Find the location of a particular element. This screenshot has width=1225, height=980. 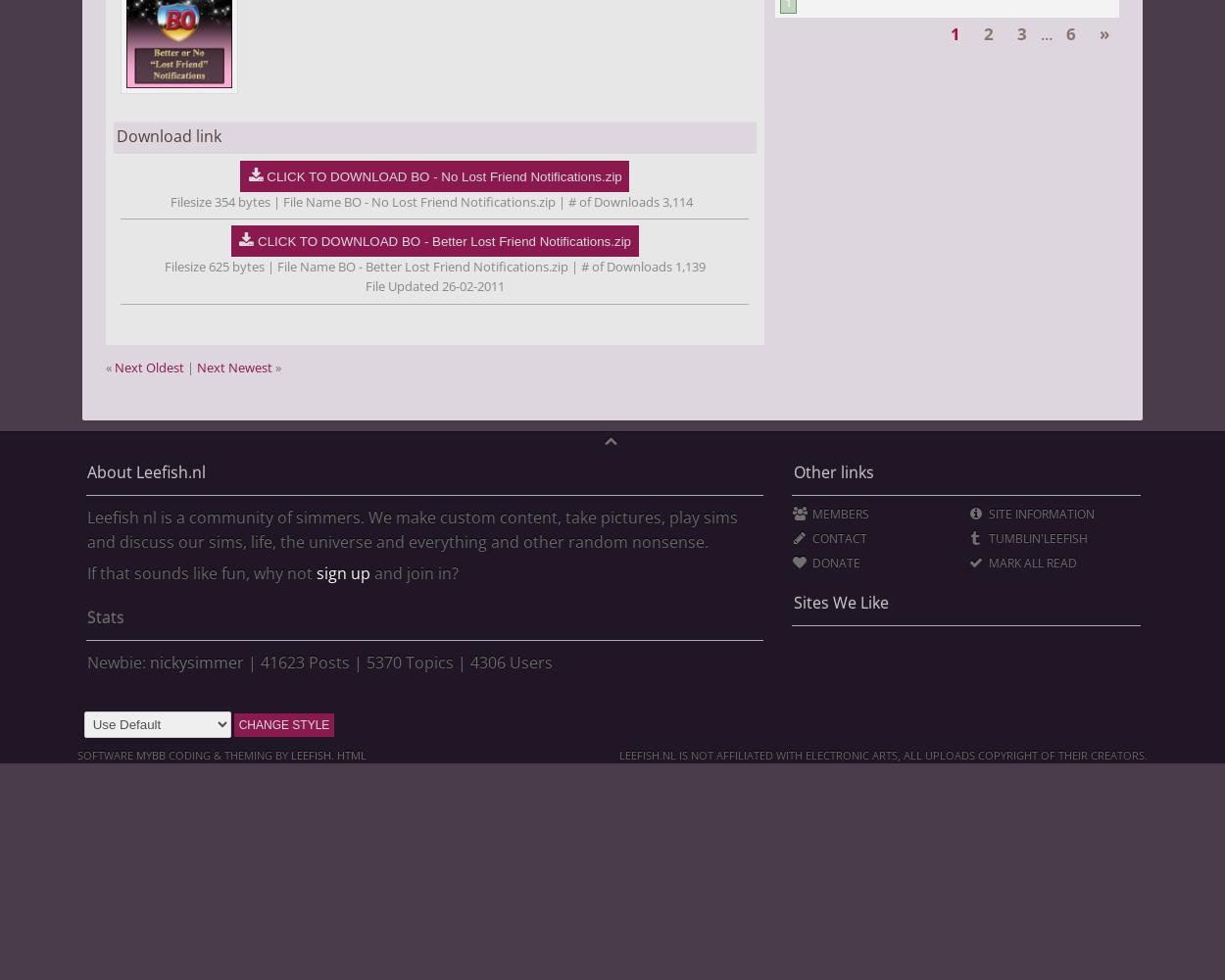

'About Leefish.nl' is located at coordinates (85, 470).